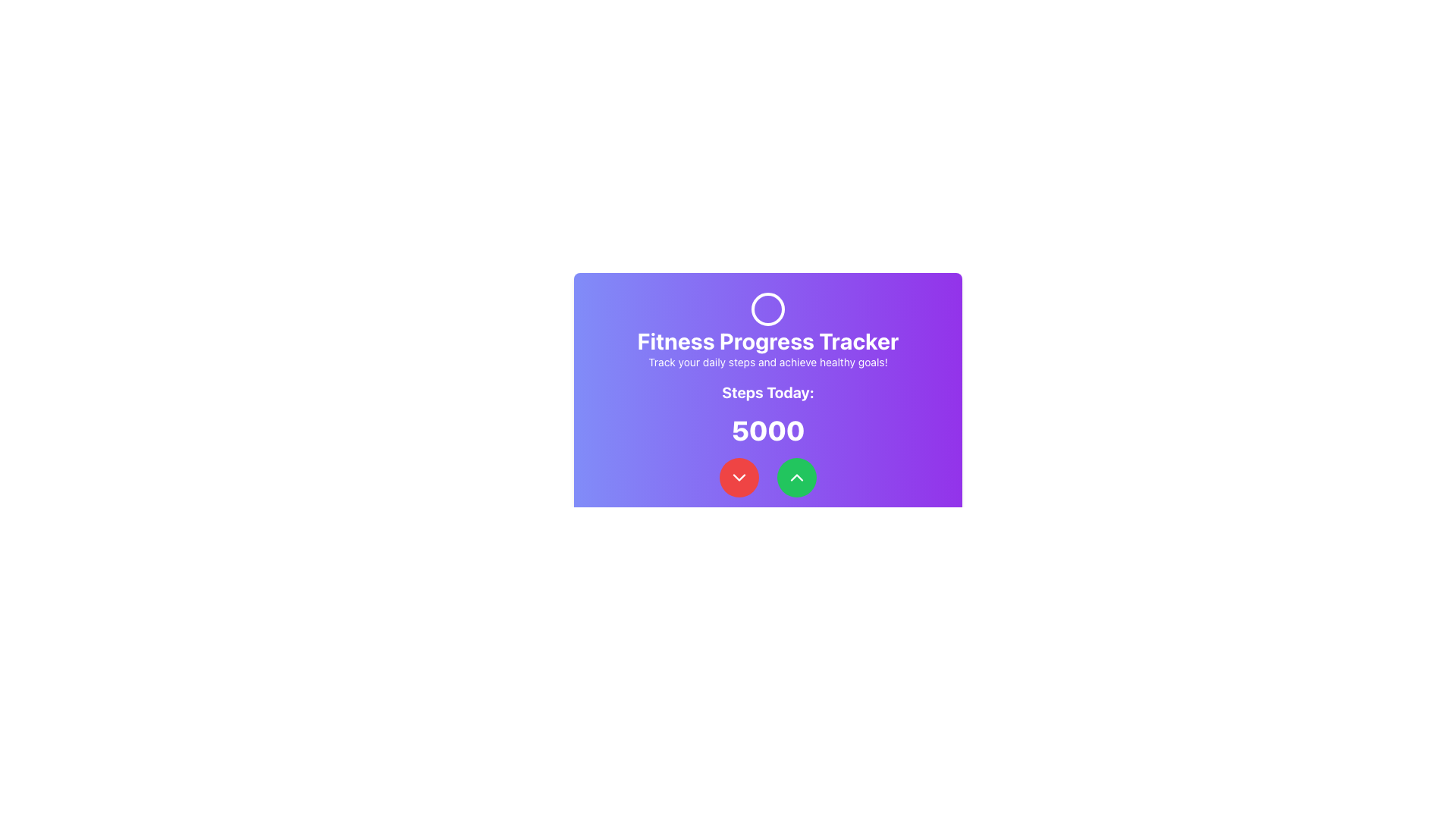 This screenshot has width=1456, height=819. What do you see at coordinates (739, 476) in the screenshot?
I see `the chevron icon contained within the red circular button at the bottom left part of the card to observe any hover effects` at bounding box center [739, 476].